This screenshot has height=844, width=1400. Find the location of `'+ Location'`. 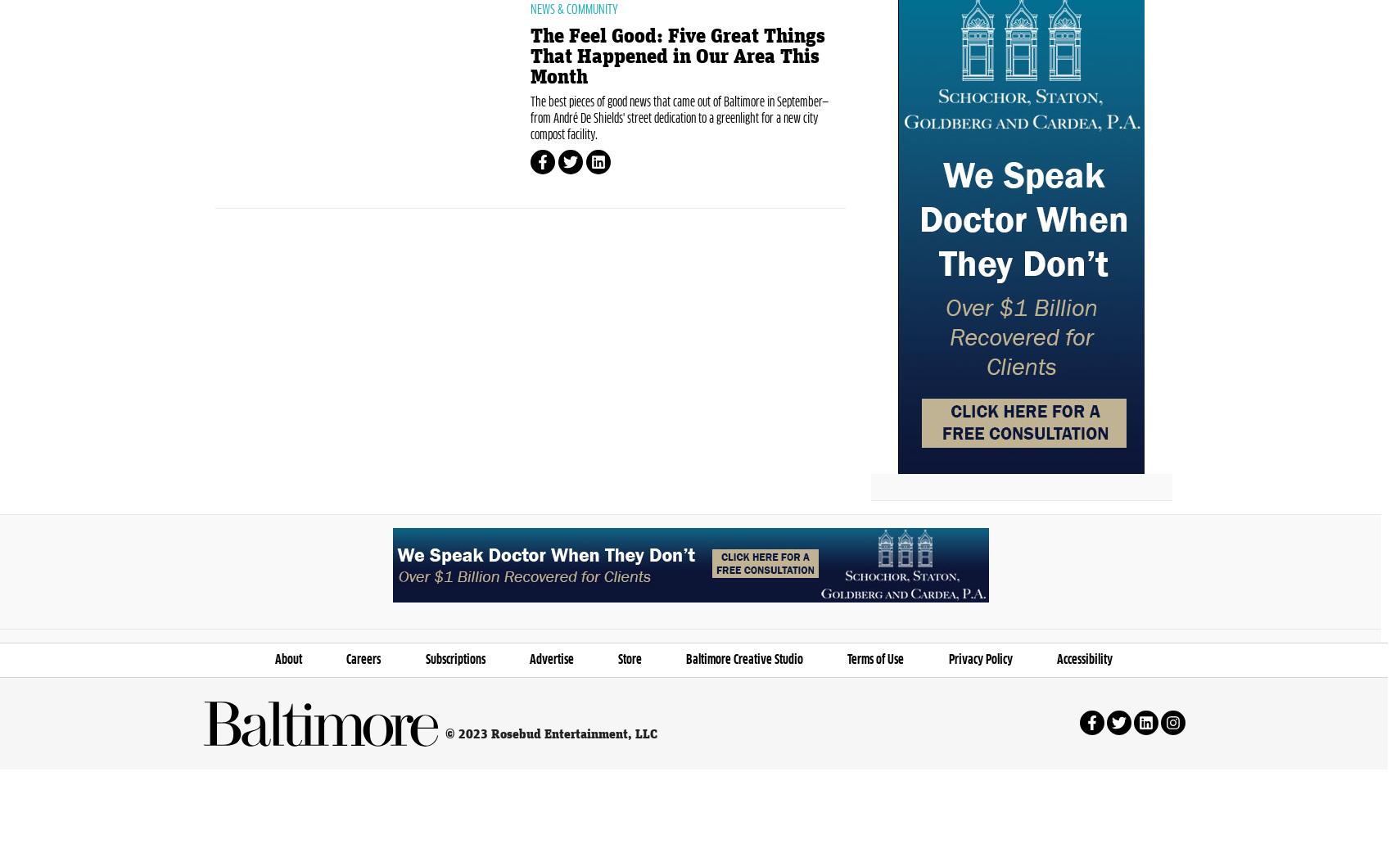

'+ Location' is located at coordinates (1020, 8).